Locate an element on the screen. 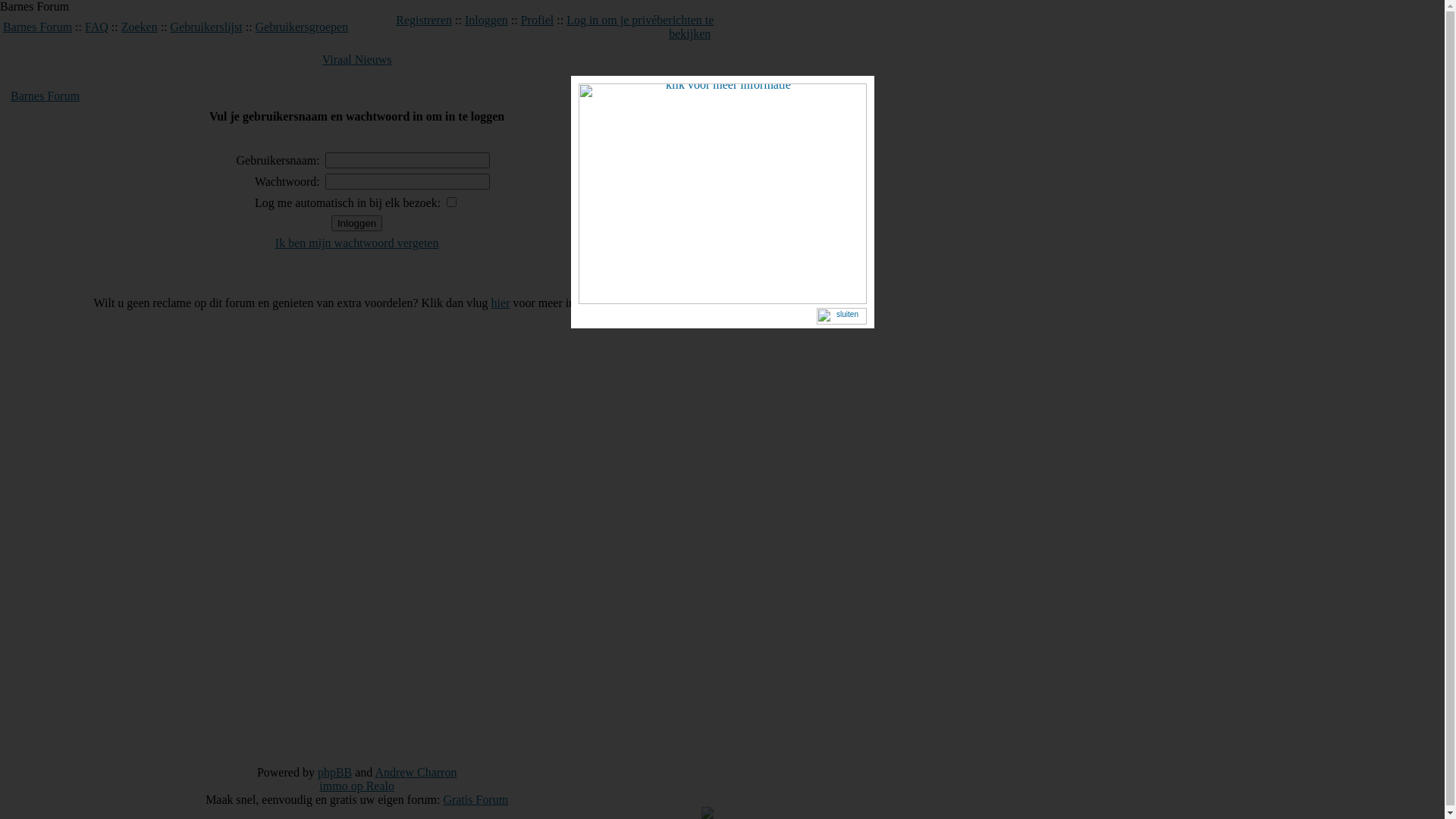 The width and height of the screenshot is (1456, 819). 'Registreren' is located at coordinates (423, 20).